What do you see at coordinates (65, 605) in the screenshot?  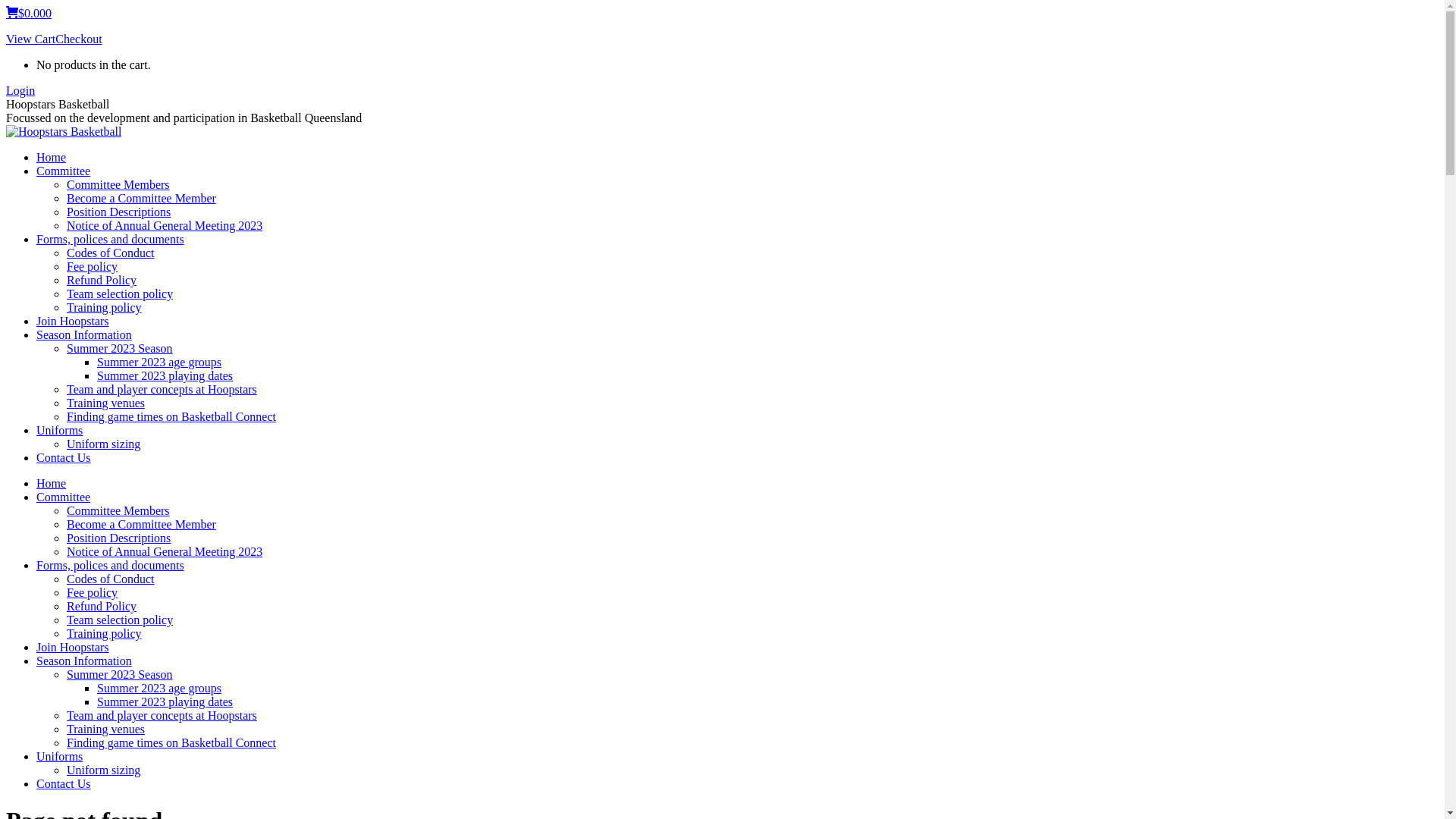 I see `'Refund Policy'` at bounding box center [65, 605].